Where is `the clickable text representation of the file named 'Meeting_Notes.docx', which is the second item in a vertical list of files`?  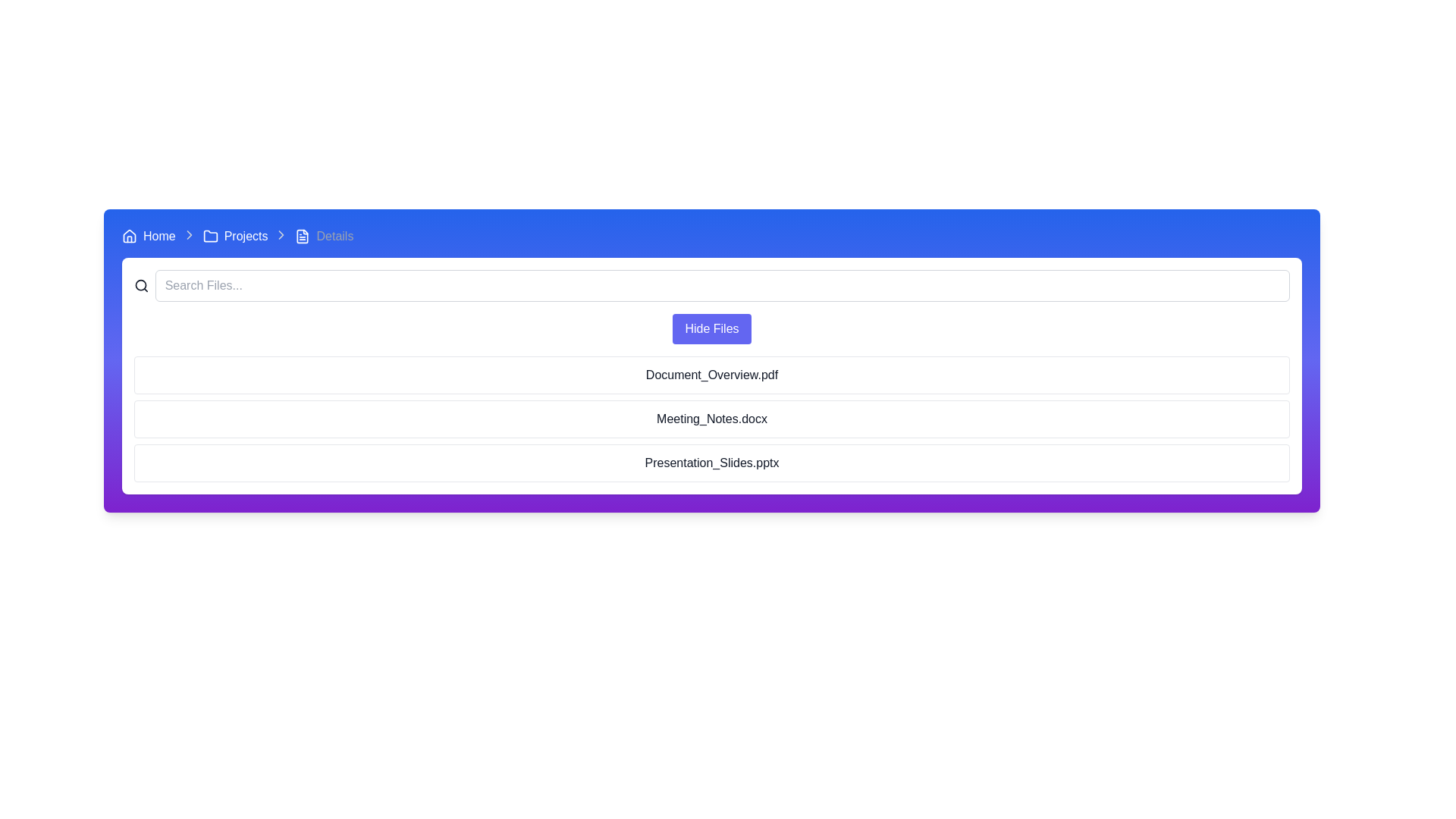
the clickable text representation of the file named 'Meeting_Notes.docx', which is the second item in a vertical list of files is located at coordinates (711, 419).